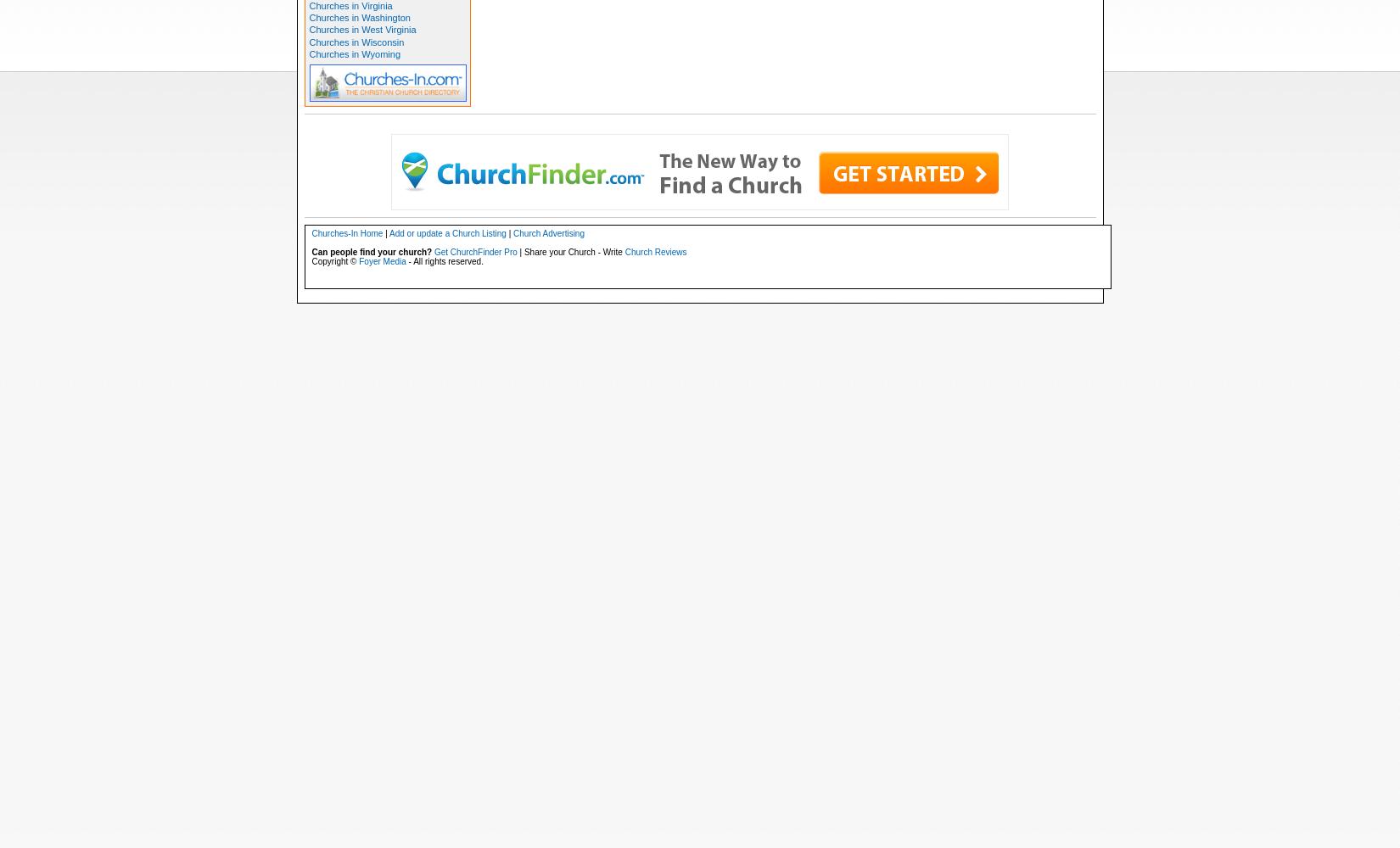 This screenshot has width=1400, height=848. What do you see at coordinates (569, 251) in the screenshot?
I see `'|
                Share your Church - Write'` at bounding box center [569, 251].